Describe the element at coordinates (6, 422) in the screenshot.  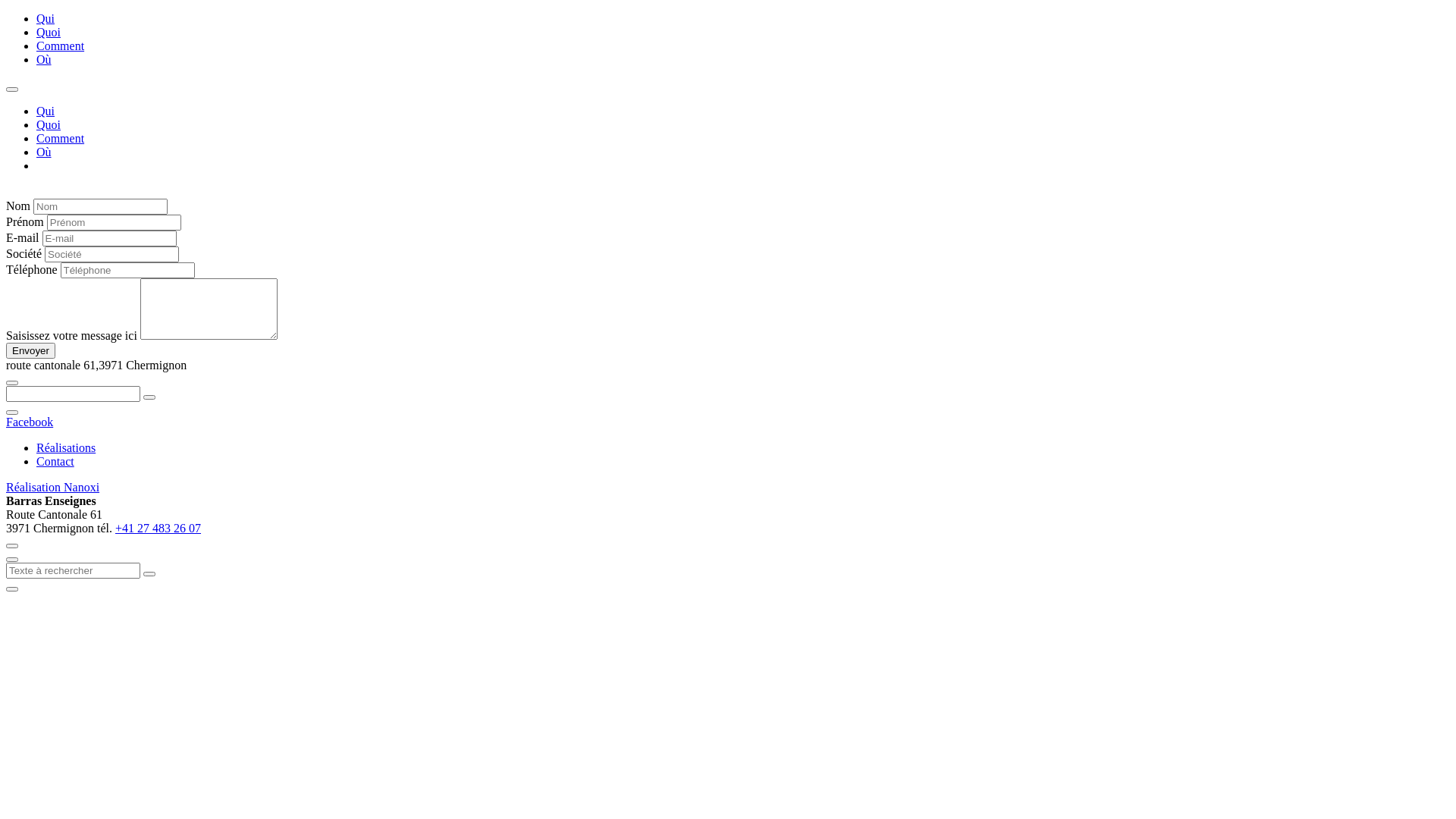
I see `'Facebook'` at that location.